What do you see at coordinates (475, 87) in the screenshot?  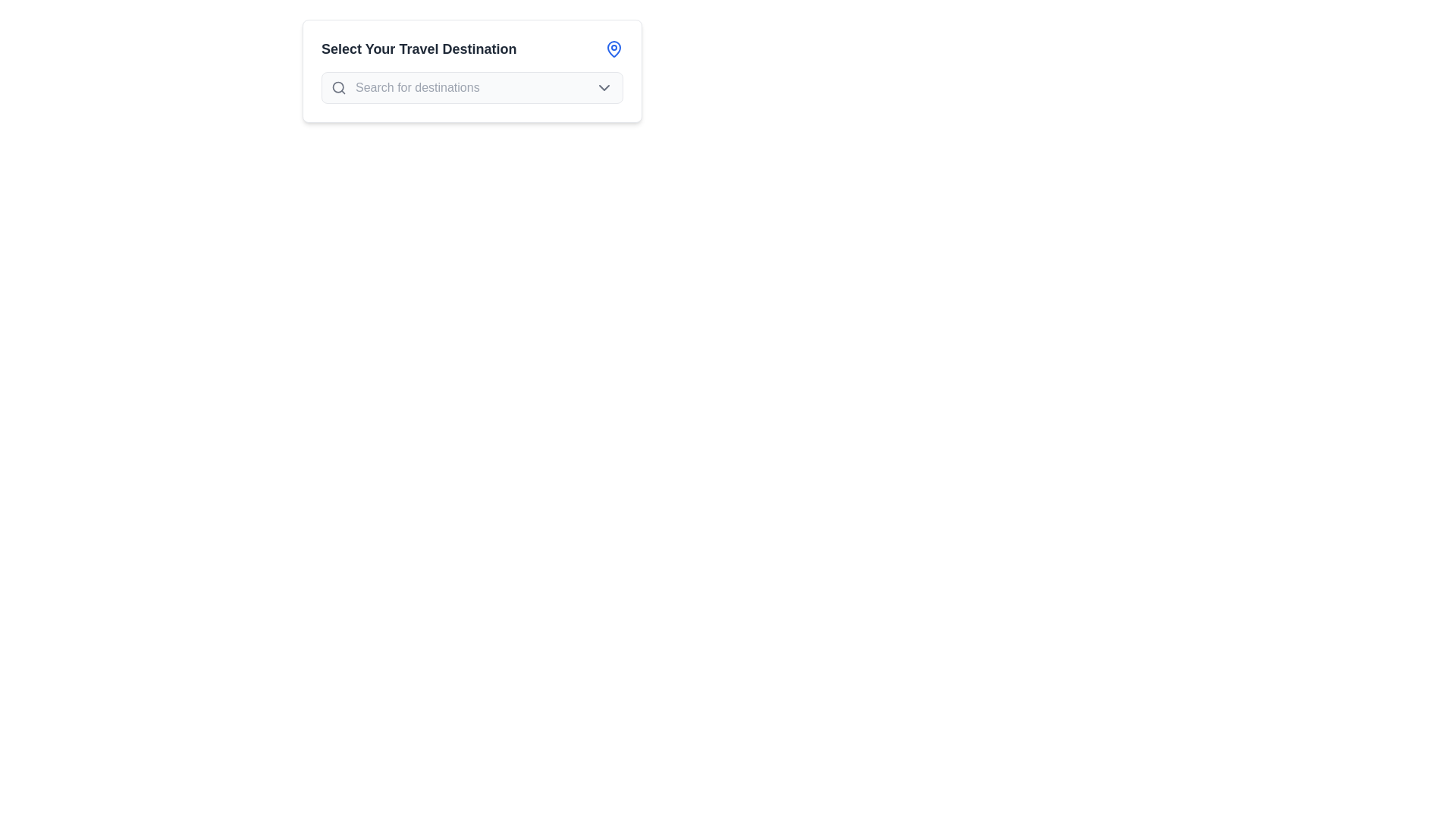 I see `the text input field with placeholder 'Search for destinations' to focus on it` at bounding box center [475, 87].